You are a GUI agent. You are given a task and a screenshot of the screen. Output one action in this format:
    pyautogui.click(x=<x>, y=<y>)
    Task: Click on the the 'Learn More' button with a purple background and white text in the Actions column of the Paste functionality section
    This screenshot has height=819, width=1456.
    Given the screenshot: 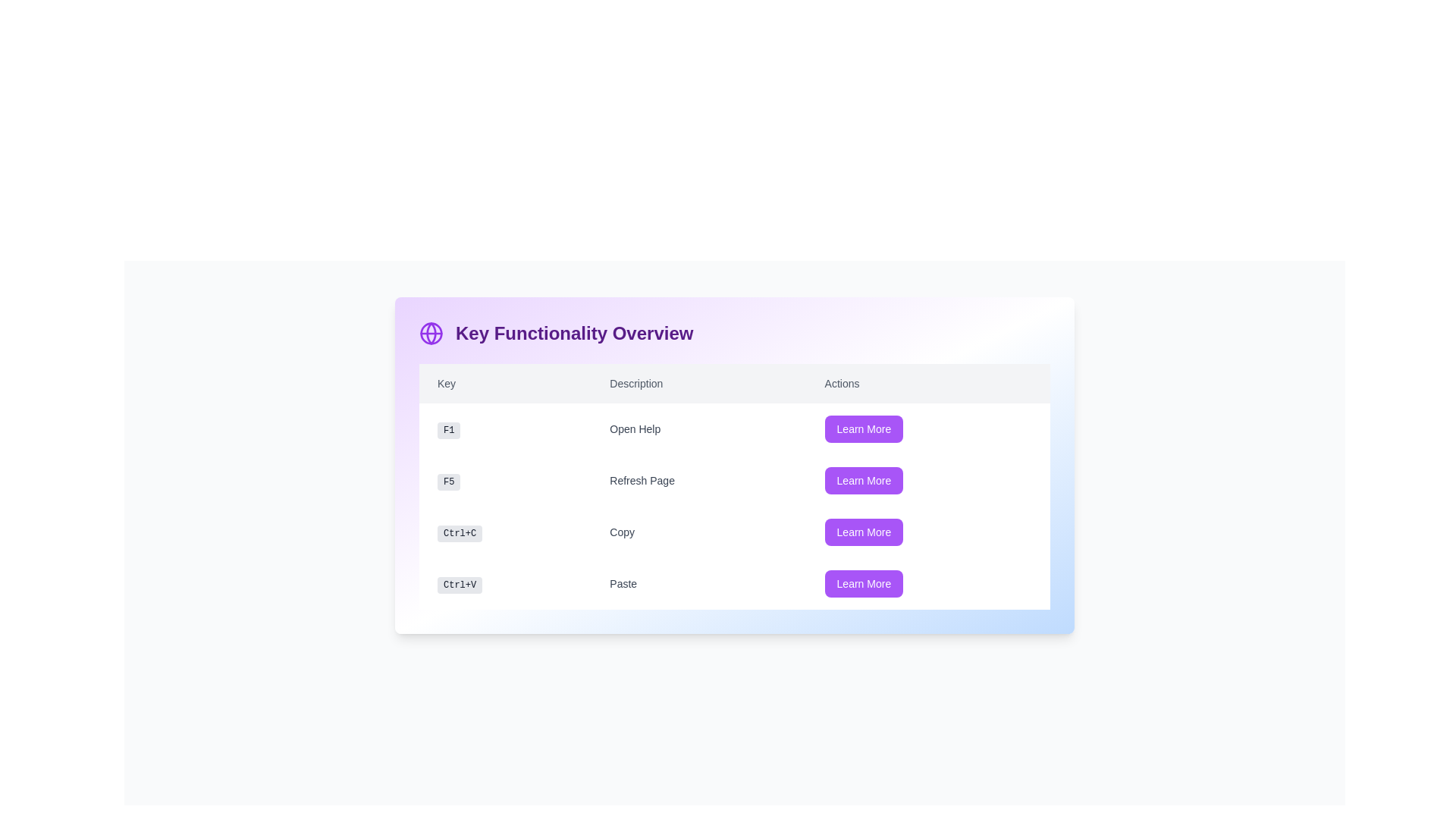 What is the action you would take?
    pyautogui.click(x=864, y=583)
    